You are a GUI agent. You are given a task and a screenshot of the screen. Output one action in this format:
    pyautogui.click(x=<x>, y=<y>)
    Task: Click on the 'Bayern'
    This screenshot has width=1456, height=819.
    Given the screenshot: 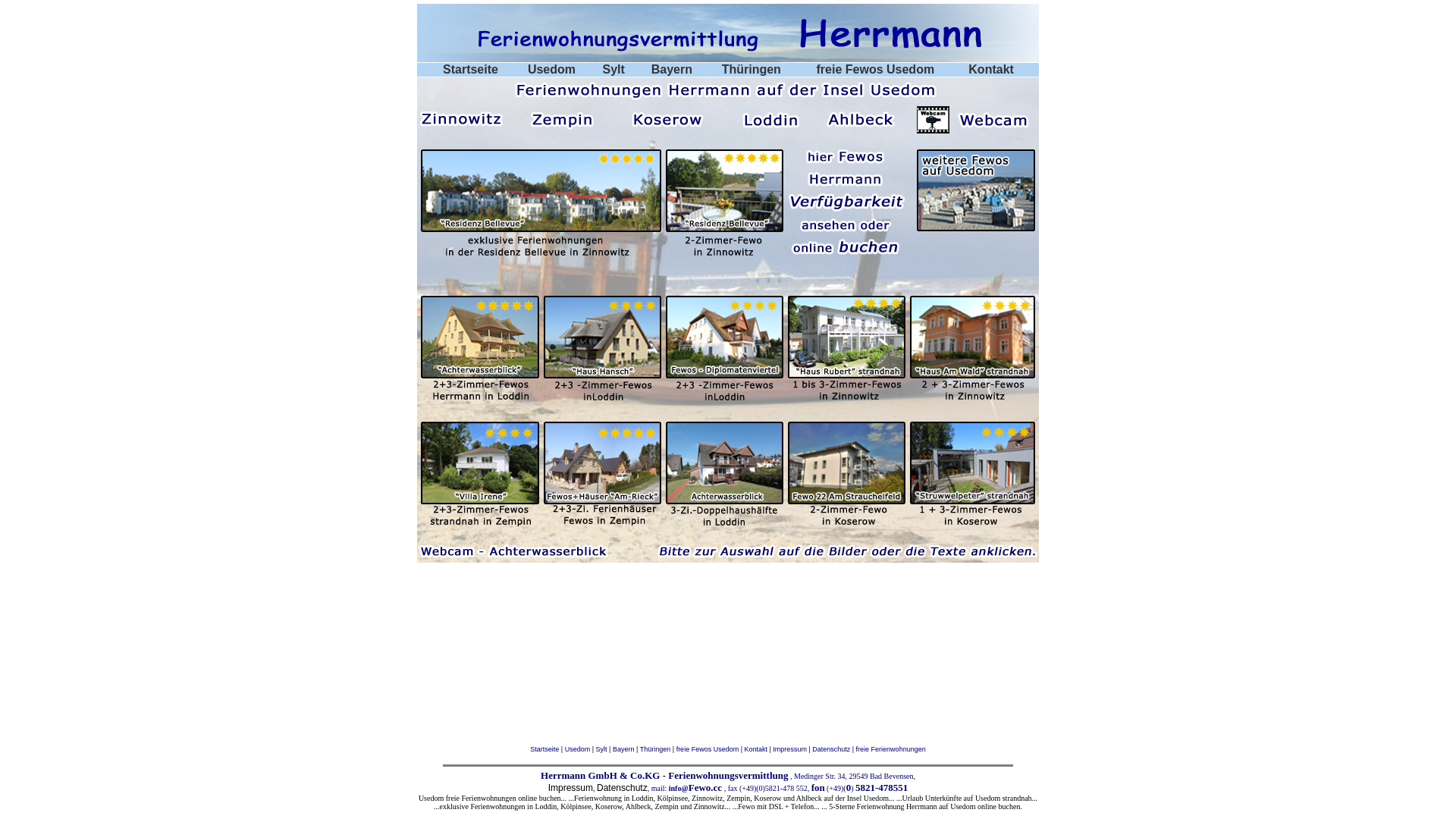 What is the action you would take?
    pyautogui.click(x=671, y=69)
    